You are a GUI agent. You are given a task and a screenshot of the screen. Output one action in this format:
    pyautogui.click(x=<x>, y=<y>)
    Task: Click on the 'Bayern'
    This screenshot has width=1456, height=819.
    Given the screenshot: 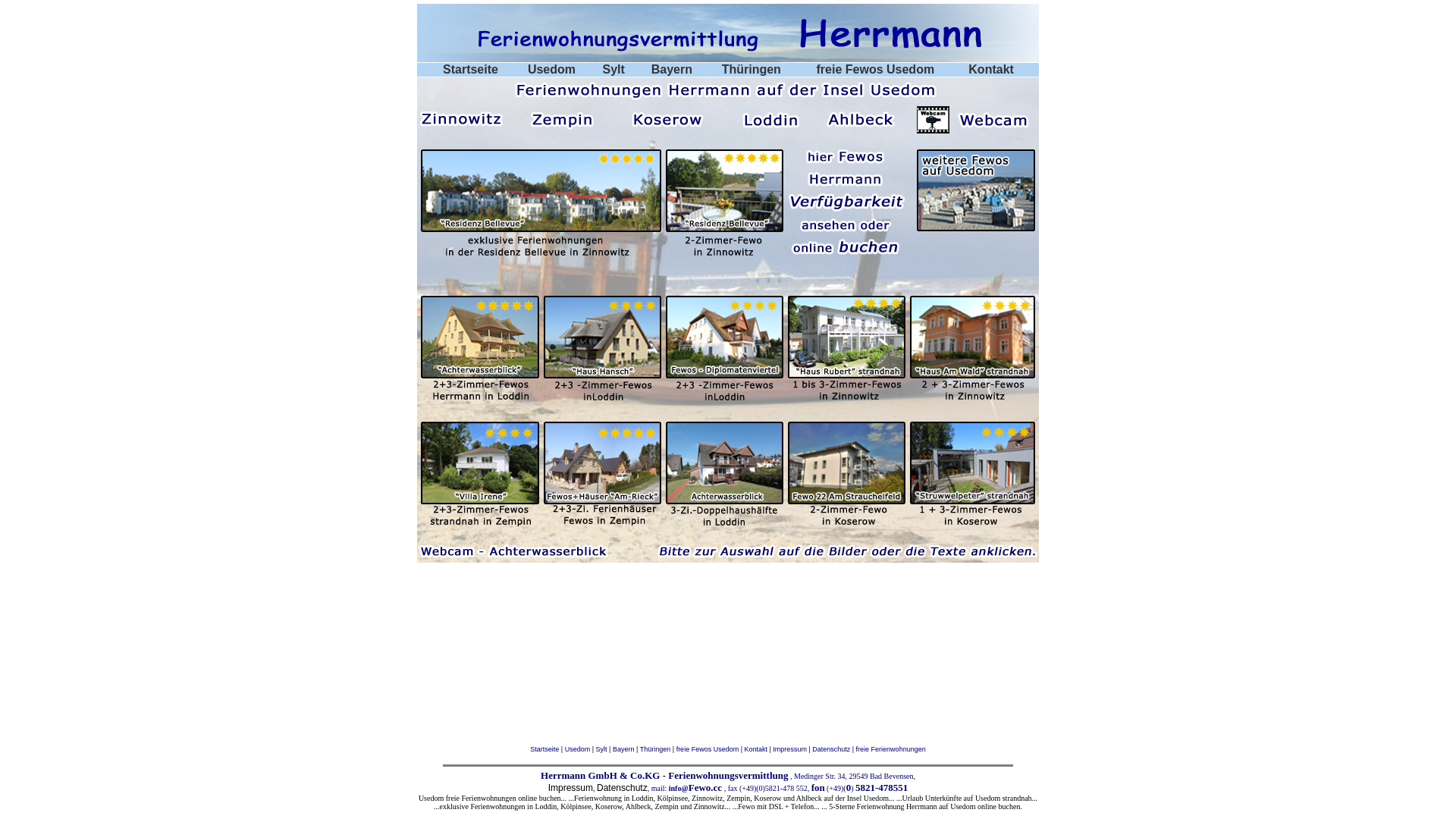 What is the action you would take?
    pyautogui.click(x=671, y=69)
    